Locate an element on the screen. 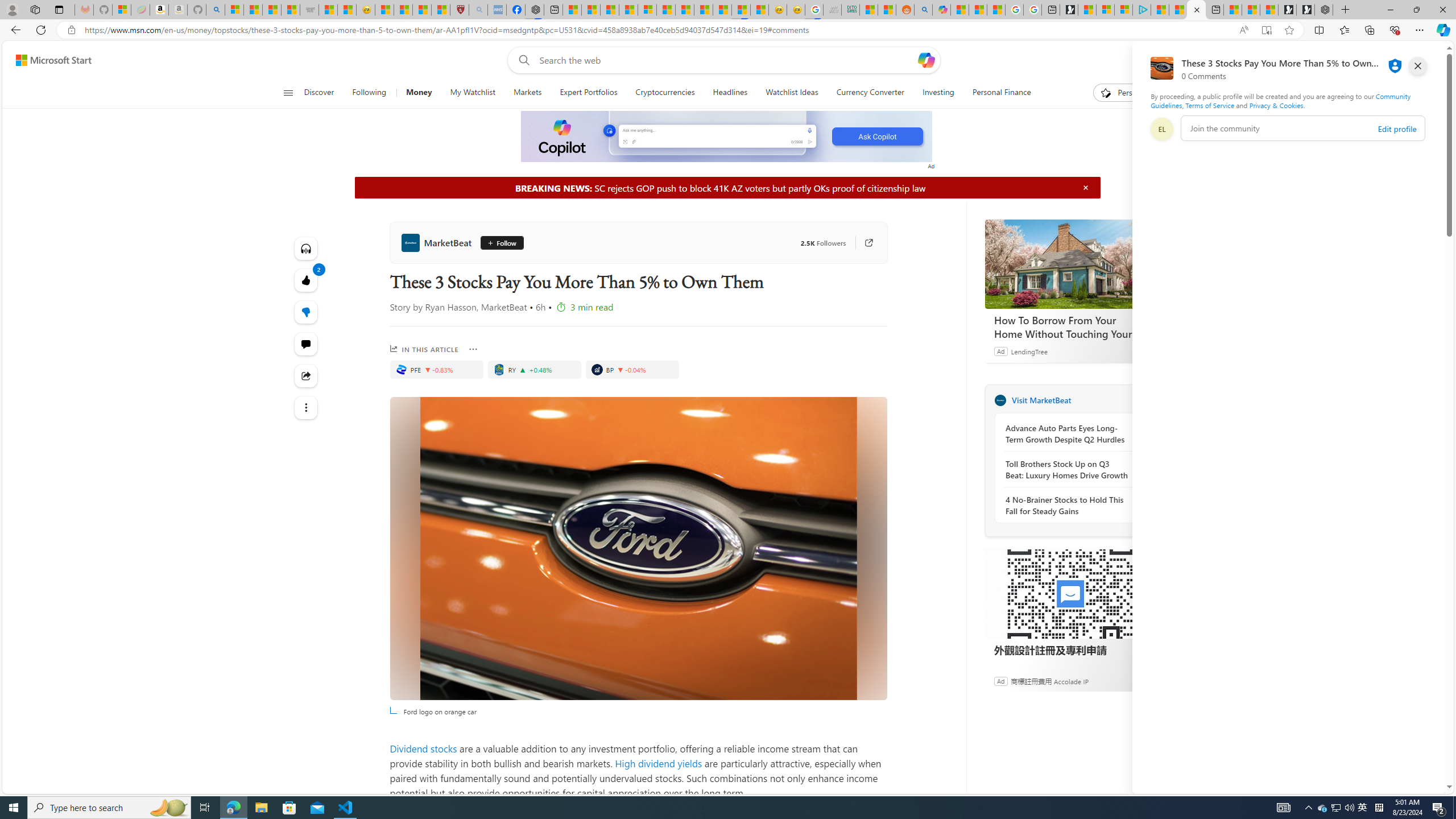 The image size is (1456, 819). 'My Watchlist' is located at coordinates (471, 92).